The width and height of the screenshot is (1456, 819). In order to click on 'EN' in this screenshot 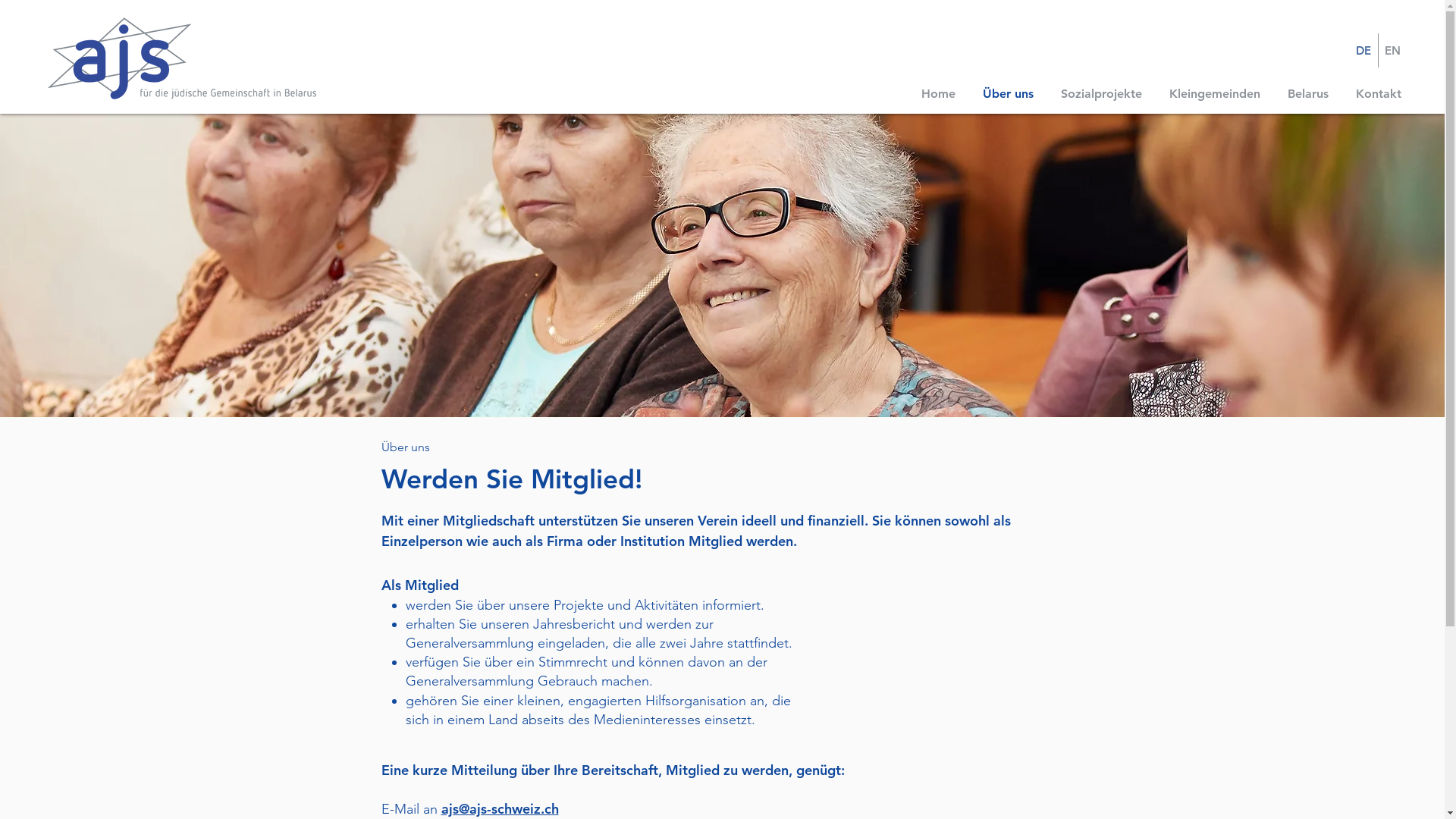, I will do `click(1392, 49)`.